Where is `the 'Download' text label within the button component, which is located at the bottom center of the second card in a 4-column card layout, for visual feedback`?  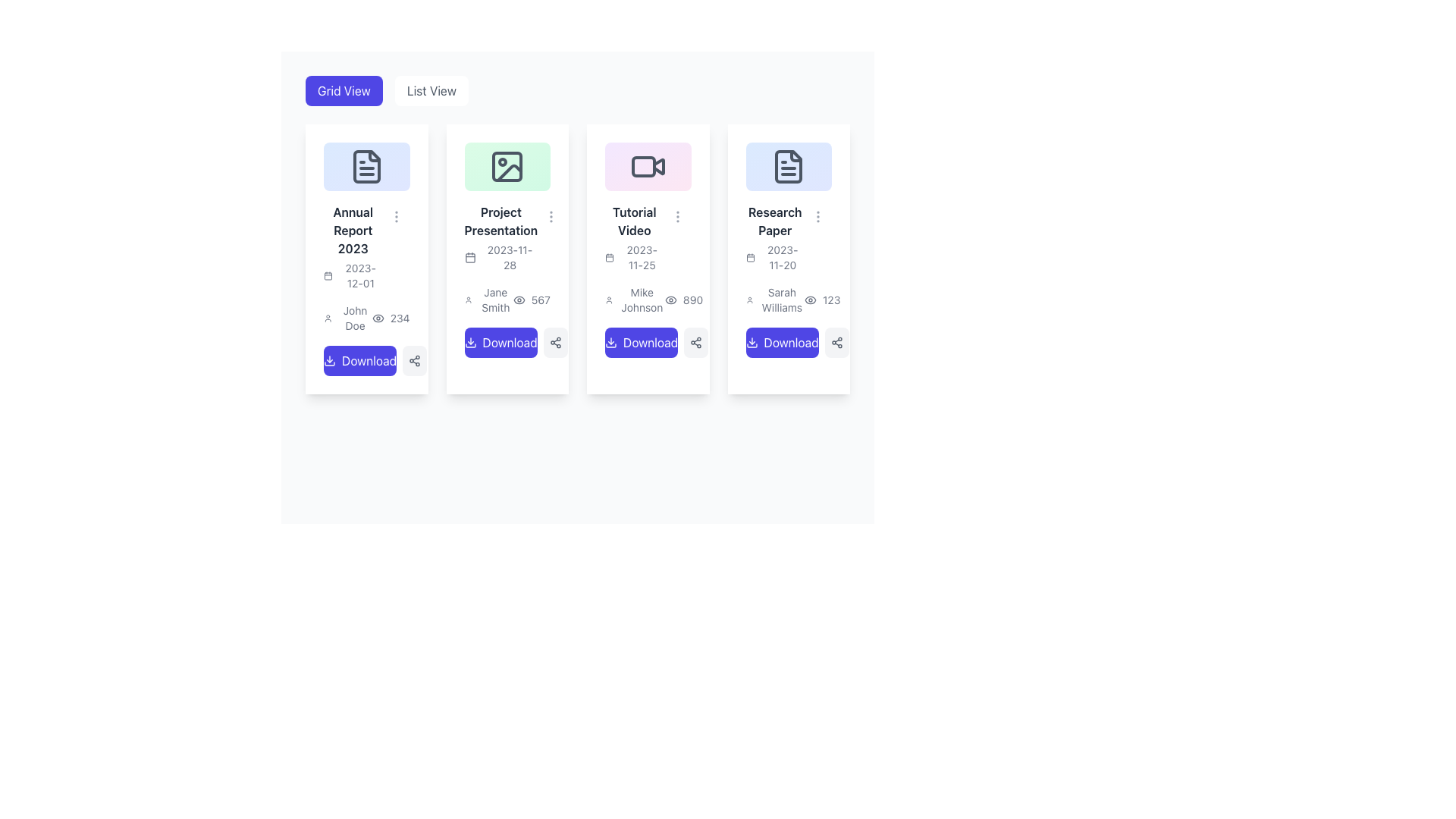
the 'Download' text label within the button component, which is located at the bottom center of the second card in a 4-column card layout, for visual feedback is located at coordinates (510, 342).